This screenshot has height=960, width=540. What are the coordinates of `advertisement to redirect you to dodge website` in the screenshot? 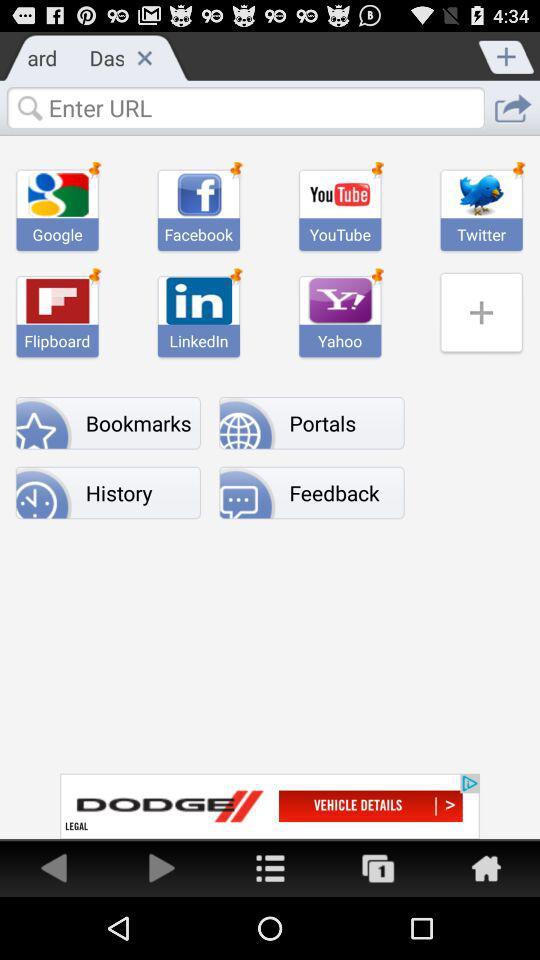 It's located at (270, 806).